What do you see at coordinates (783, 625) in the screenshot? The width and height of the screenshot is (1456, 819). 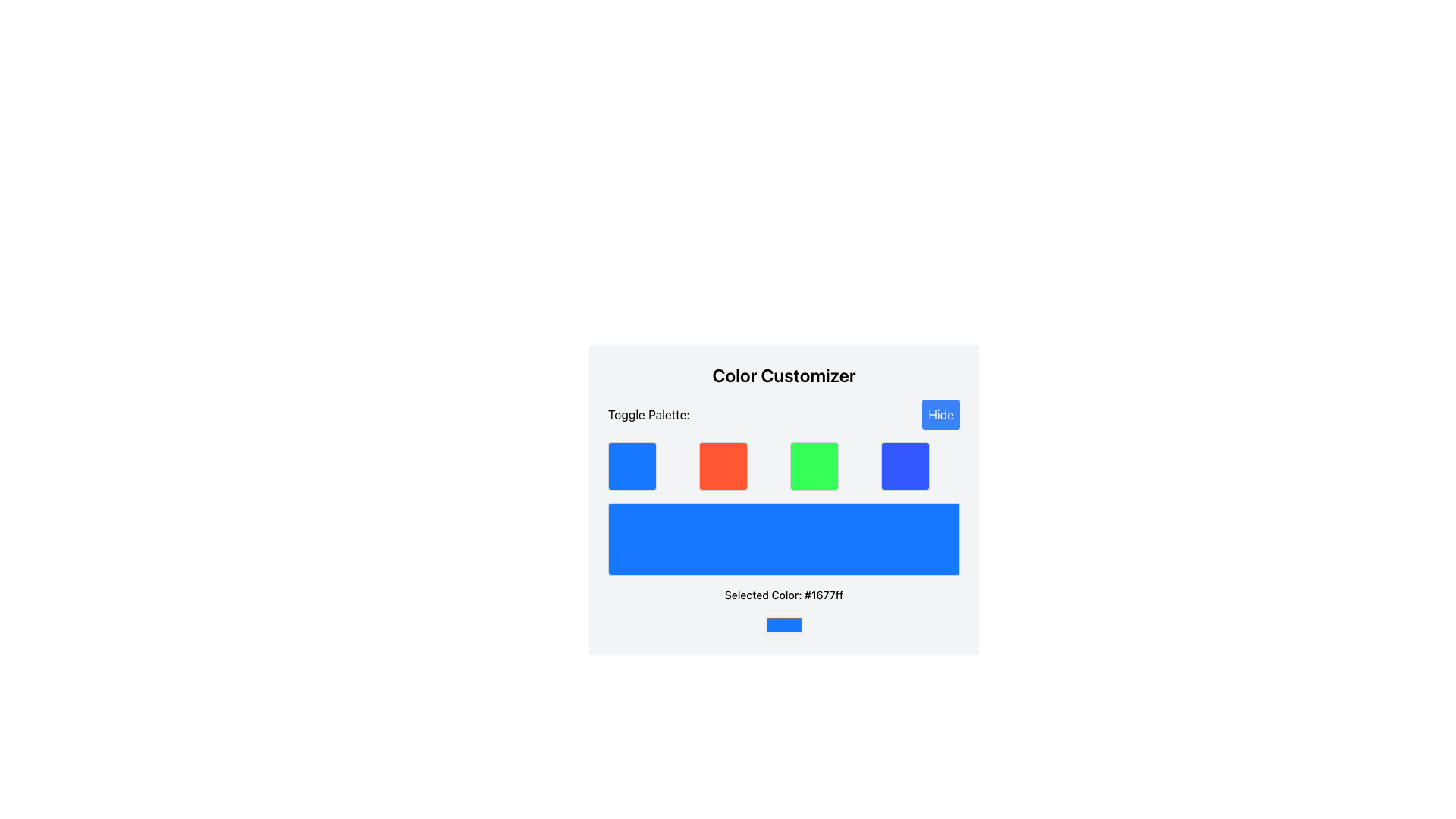 I see `the Color input field located at the bottom-right section of the 'Color Customizer' modal, which allows users to select or customize a color` at bounding box center [783, 625].